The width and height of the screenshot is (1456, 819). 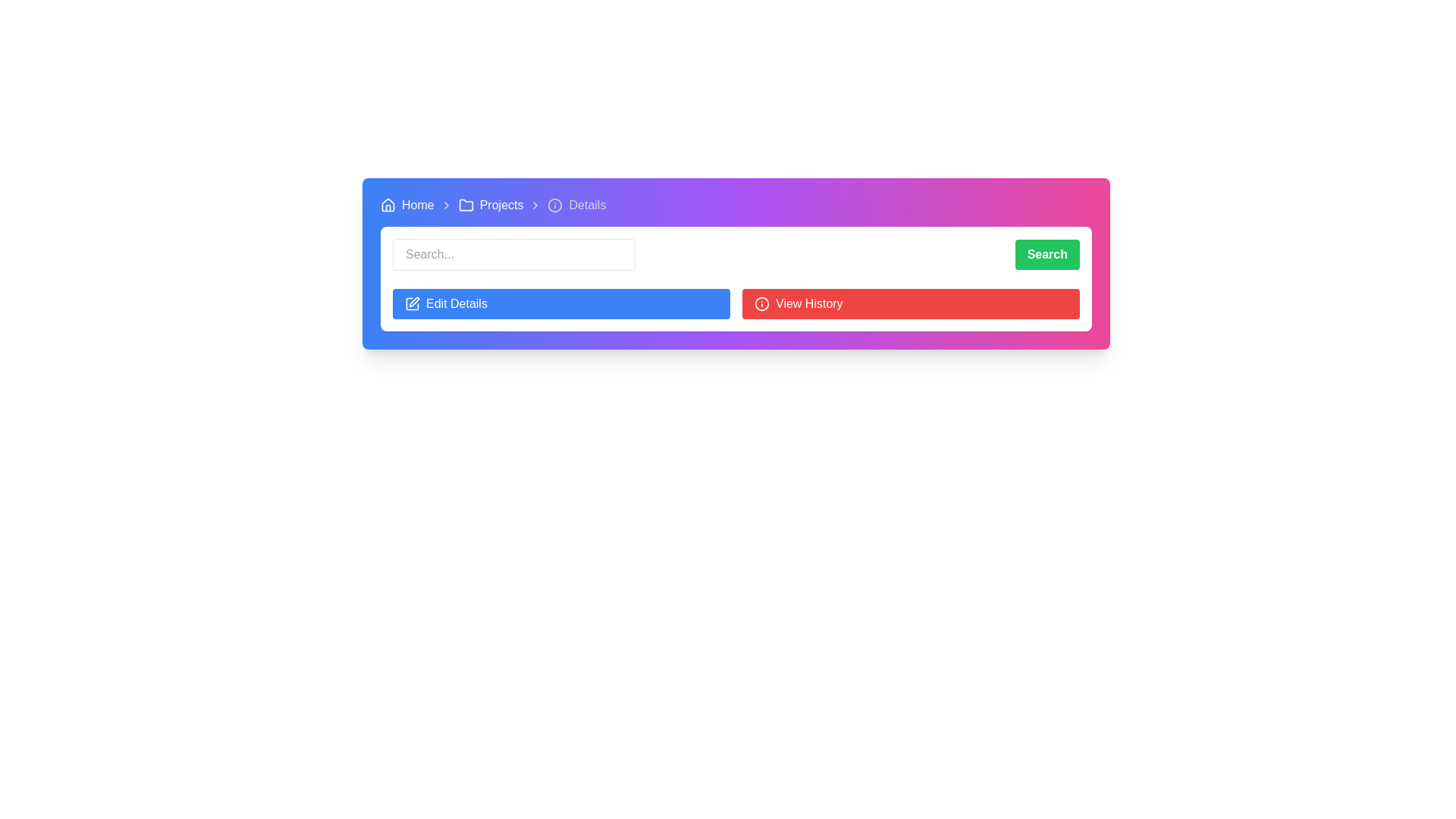 What do you see at coordinates (412, 304) in the screenshot?
I see `the blue square-shaped icon with a pen symbol inside, located to the left of the text 'Edit Details'` at bounding box center [412, 304].